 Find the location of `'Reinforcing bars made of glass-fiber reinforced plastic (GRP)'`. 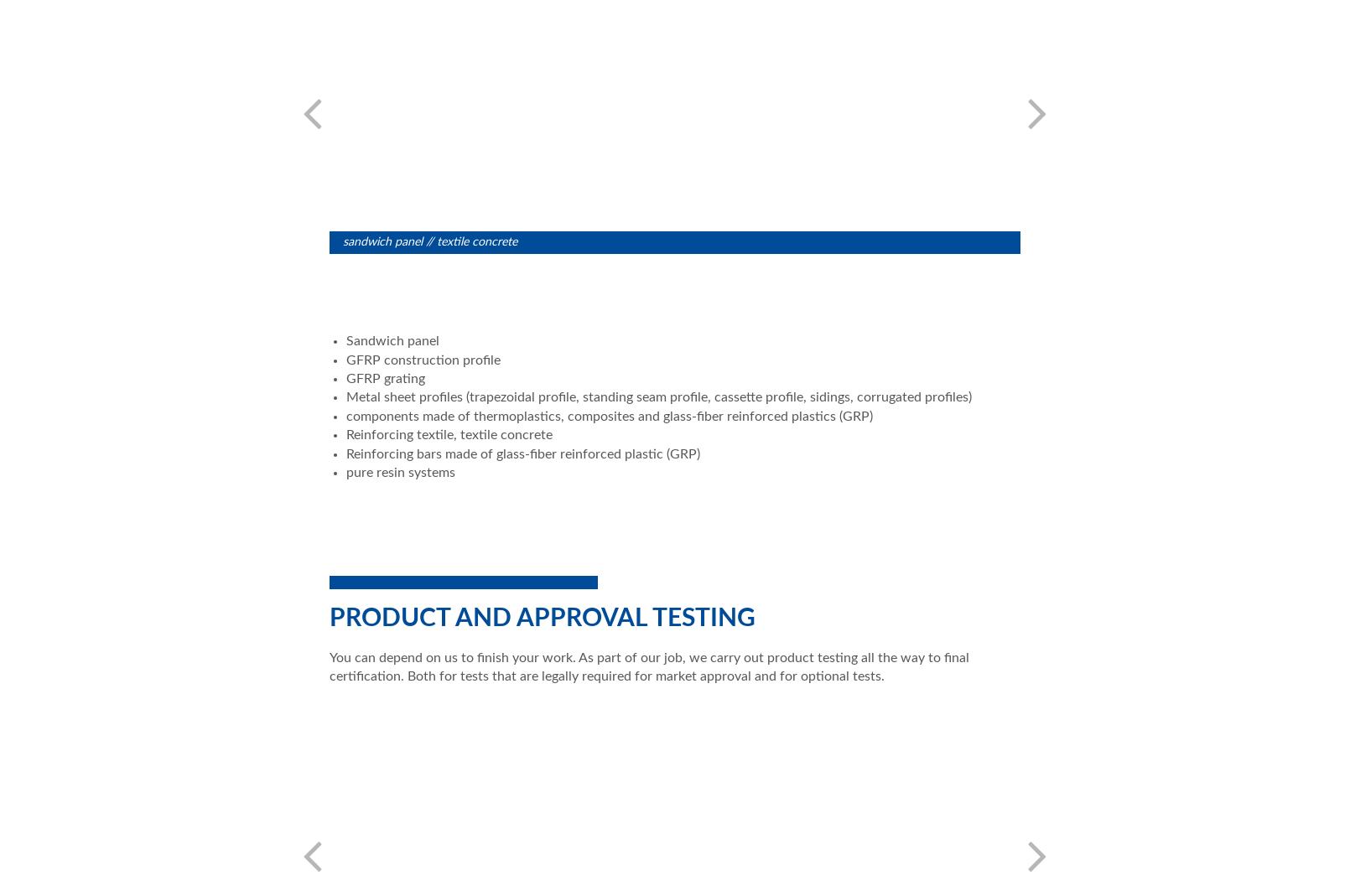

'Reinforcing bars made of glass-fiber reinforced plastic (GRP)' is located at coordinates (523, 453).